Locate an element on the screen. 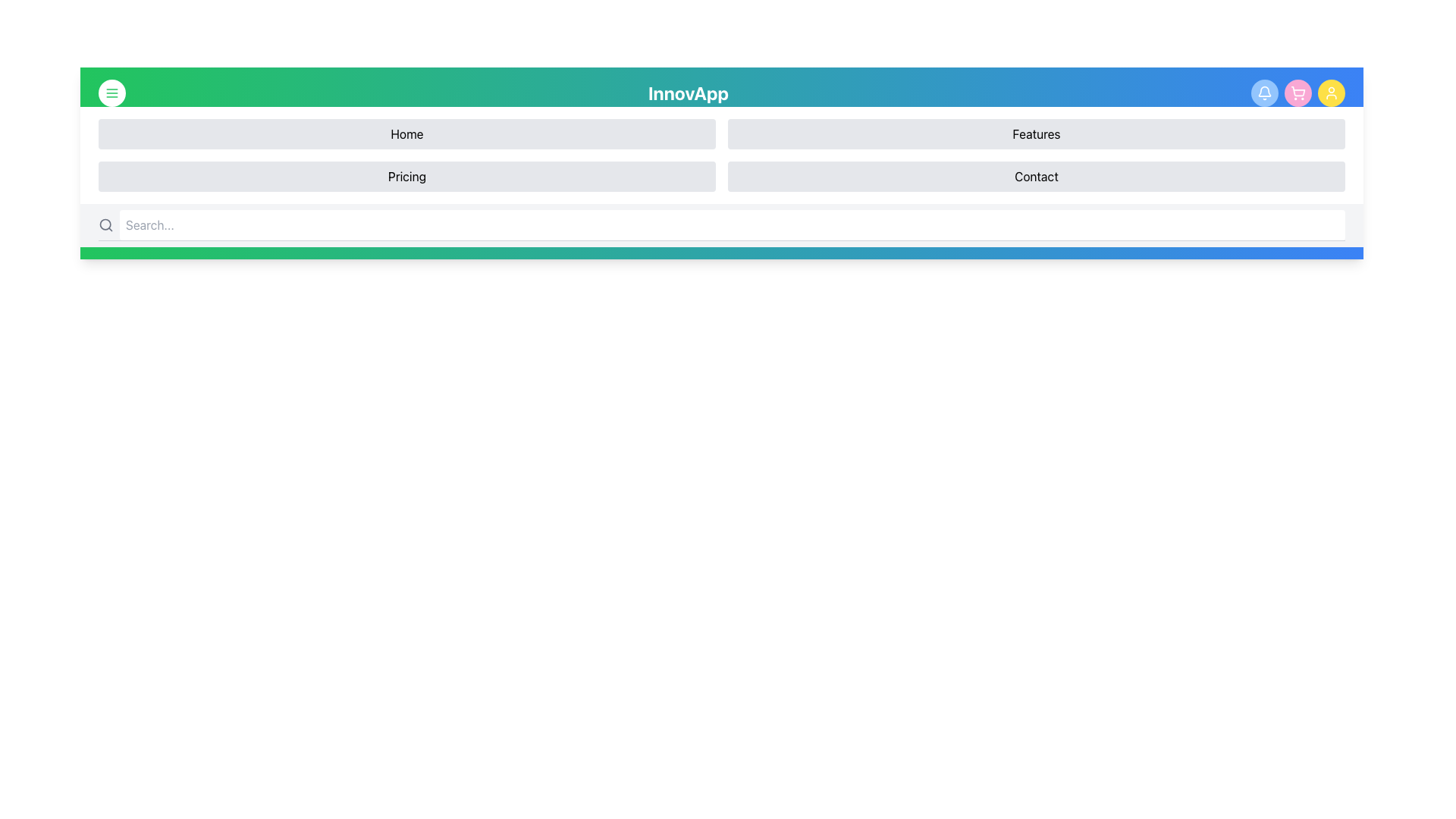 The width and height of the screenshot is (1456, 819). the 'Contact' navigation button, which is the fourth button in the grid layout, located in the second row, right column is located at coordinates (1036, 175).